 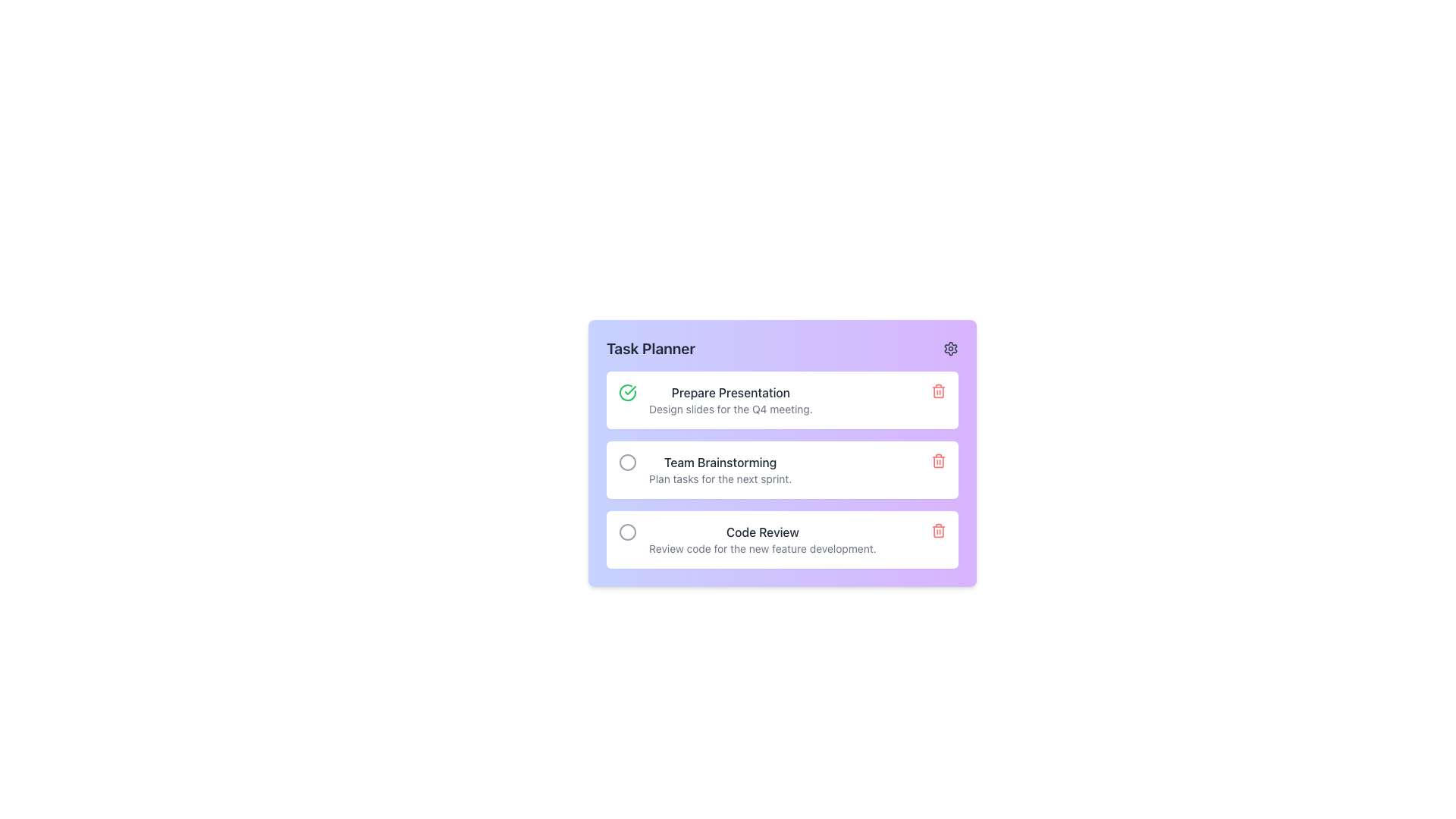 What do you see at coordinates (720, 469) in the screenshot?
I see `the text display element titled 'Team Brainstorming' with the subtitle 'Plan tasks for the next sprint.'` at bounding box center [720, 469].